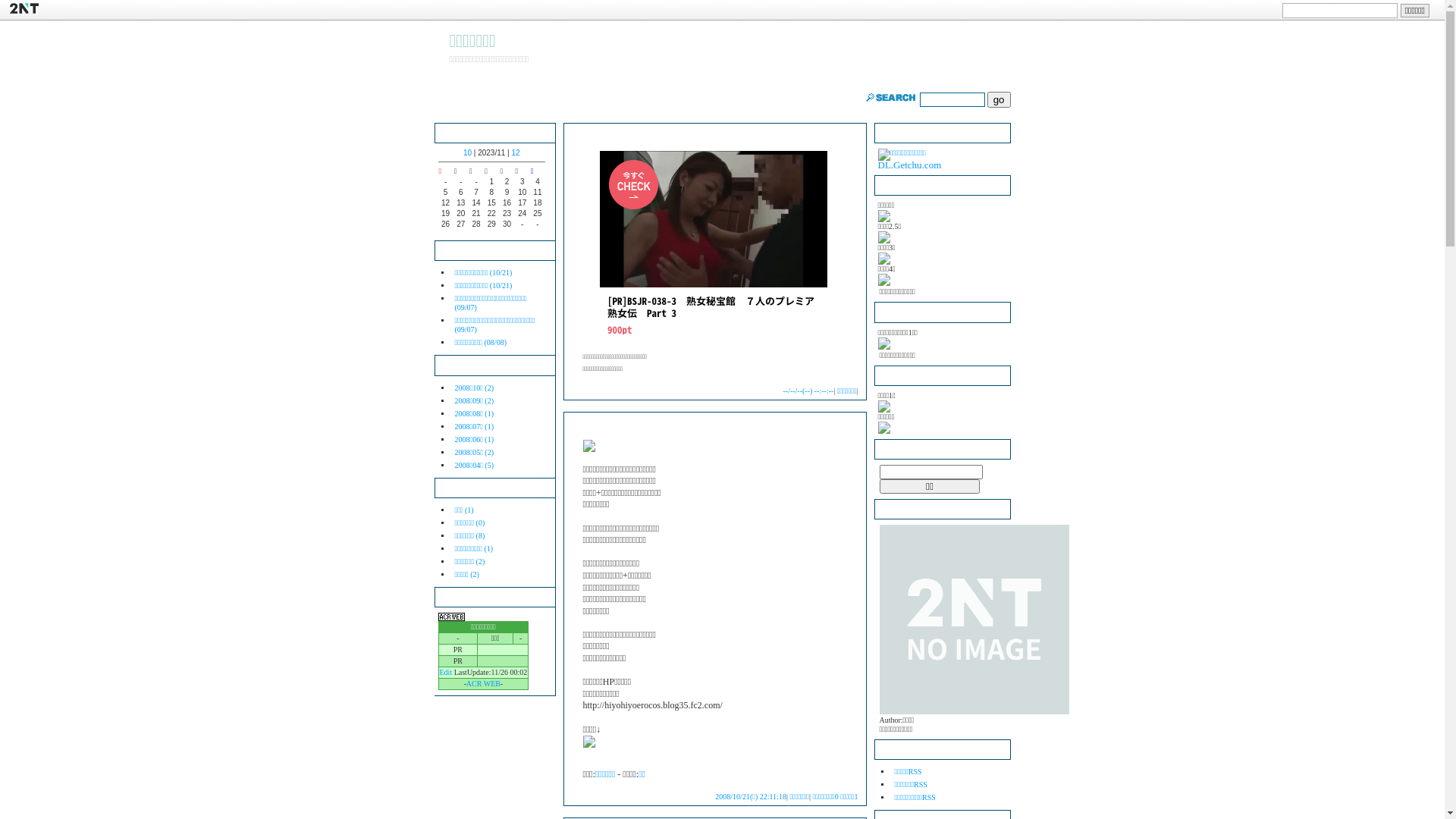 The width and height of the screenshot is (1456, 819). Describe the element at coordinates (439, 671) in the screenshot. I see `'Edit'` at that location.